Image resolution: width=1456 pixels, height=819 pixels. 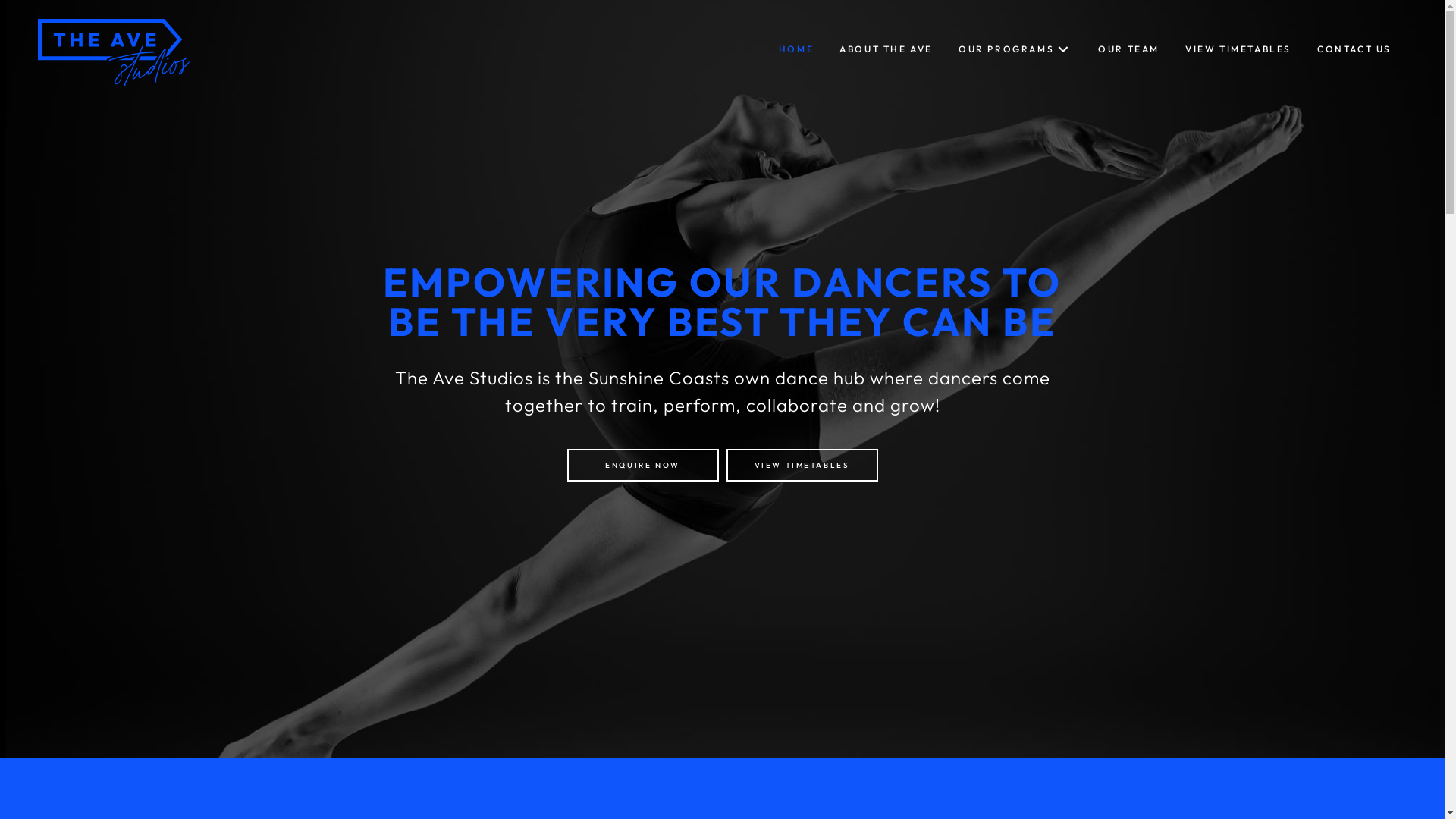 I want to click on 'ENQUIRE NOW', so click(x=643, y=464).